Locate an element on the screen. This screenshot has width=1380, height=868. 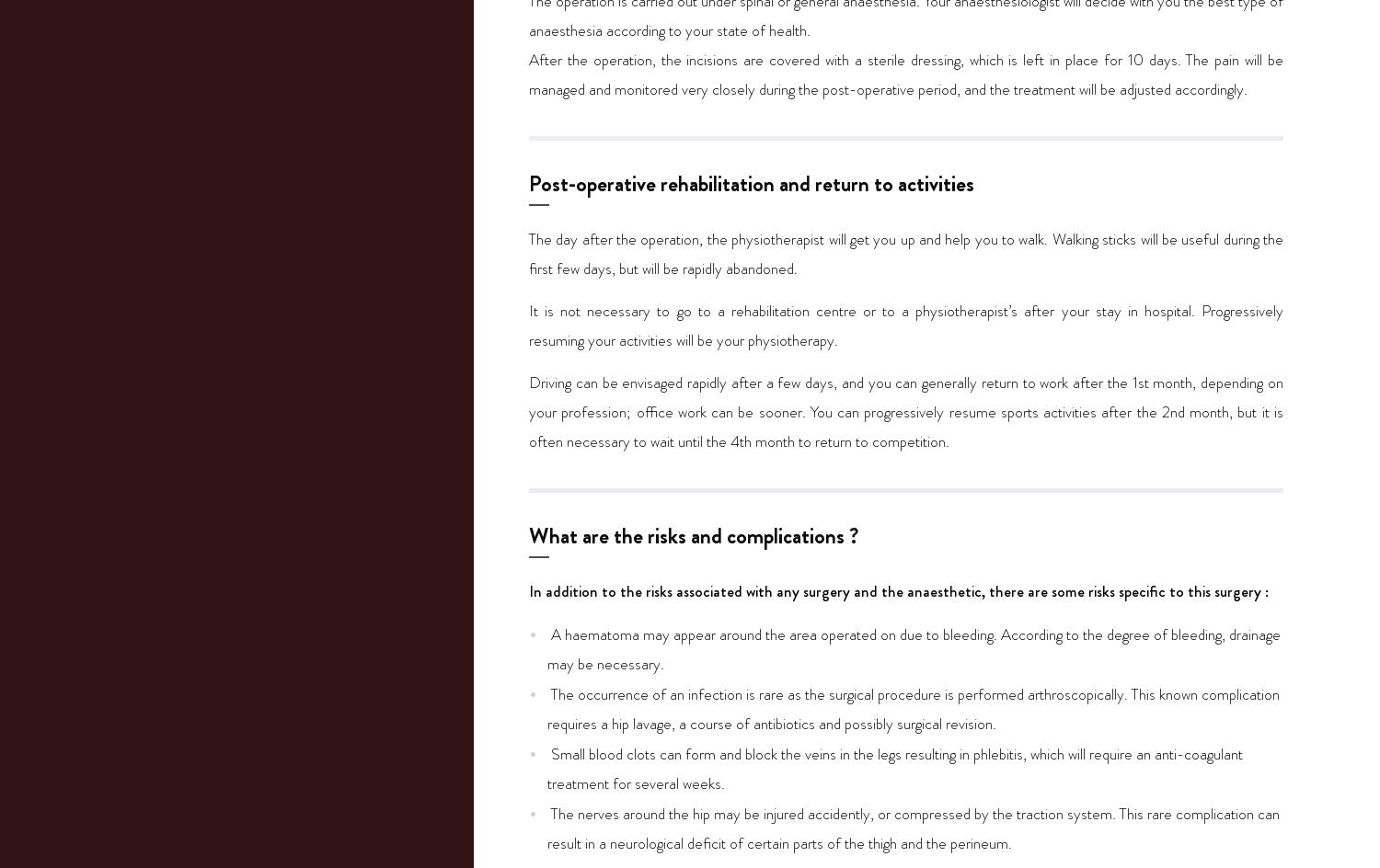
'The day after the operation, the physiotherapist will get you up and help you to walk. Walking sticks will be useful during the first few days, but will be rapidly abandoned.' is located at coordinates (905, 252).